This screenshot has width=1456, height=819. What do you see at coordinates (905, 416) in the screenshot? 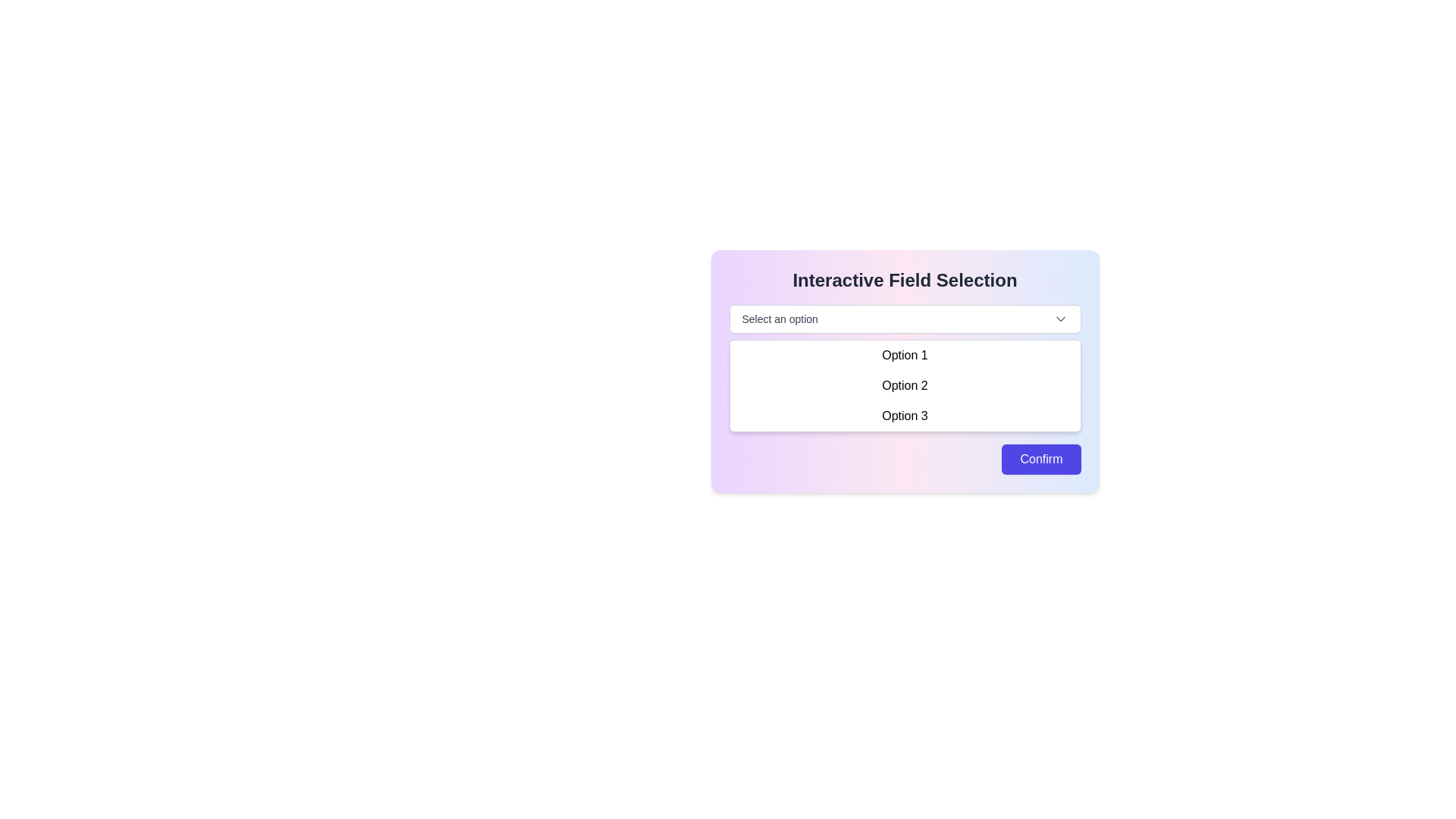
I see `the 'Option 3' dropdown element, which is the third and bottom-most choice in the dropdown menu located beneath 'Option 2'` at bounding box center [905, 416].